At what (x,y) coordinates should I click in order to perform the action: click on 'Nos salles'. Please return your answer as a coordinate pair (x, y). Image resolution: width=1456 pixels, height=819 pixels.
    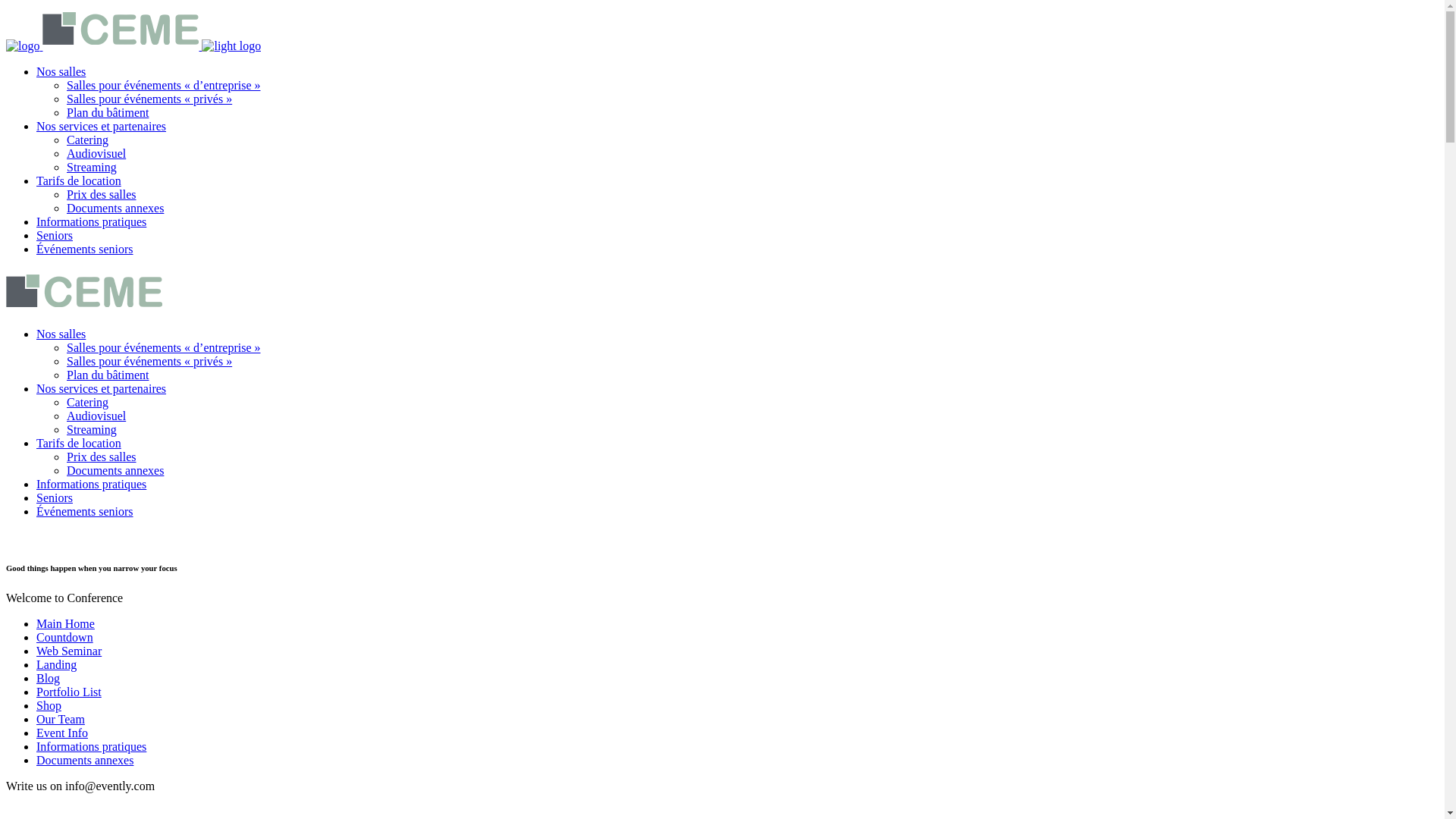
    Looking at the image, I should click on (36, 71).